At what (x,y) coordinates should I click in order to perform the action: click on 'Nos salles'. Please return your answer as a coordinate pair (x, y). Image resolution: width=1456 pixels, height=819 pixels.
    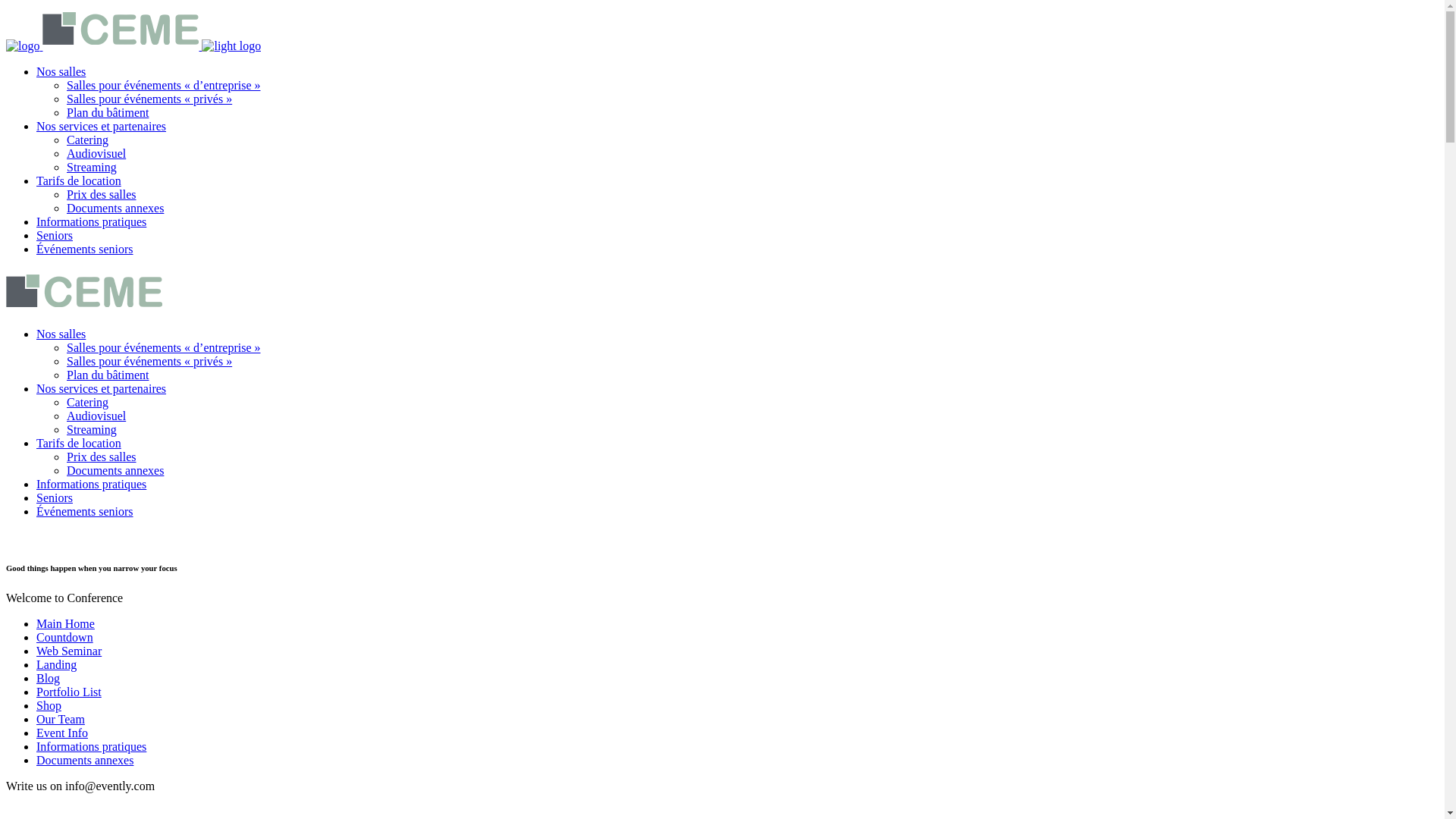
    Looking at the image, I should click on (36, 71).